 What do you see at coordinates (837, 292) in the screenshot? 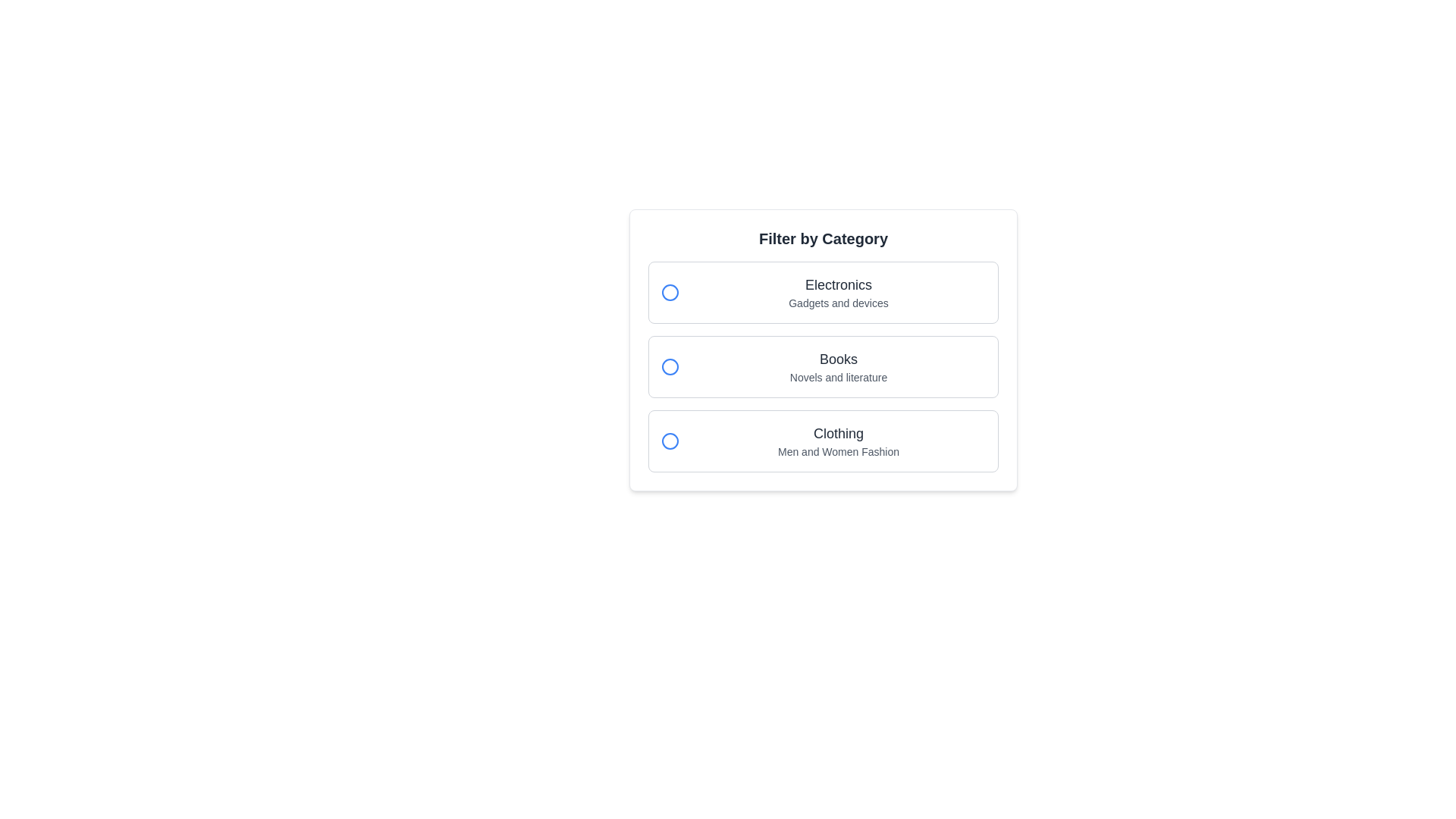
I see `text information from the 'Electronics' category title element, which displays 'Electronics' in bold and 'Gadgets and devices' in a smaller, grayed-out font, located within the topmost list item of a vertical category selection interface` at bounding box center [837, 292].